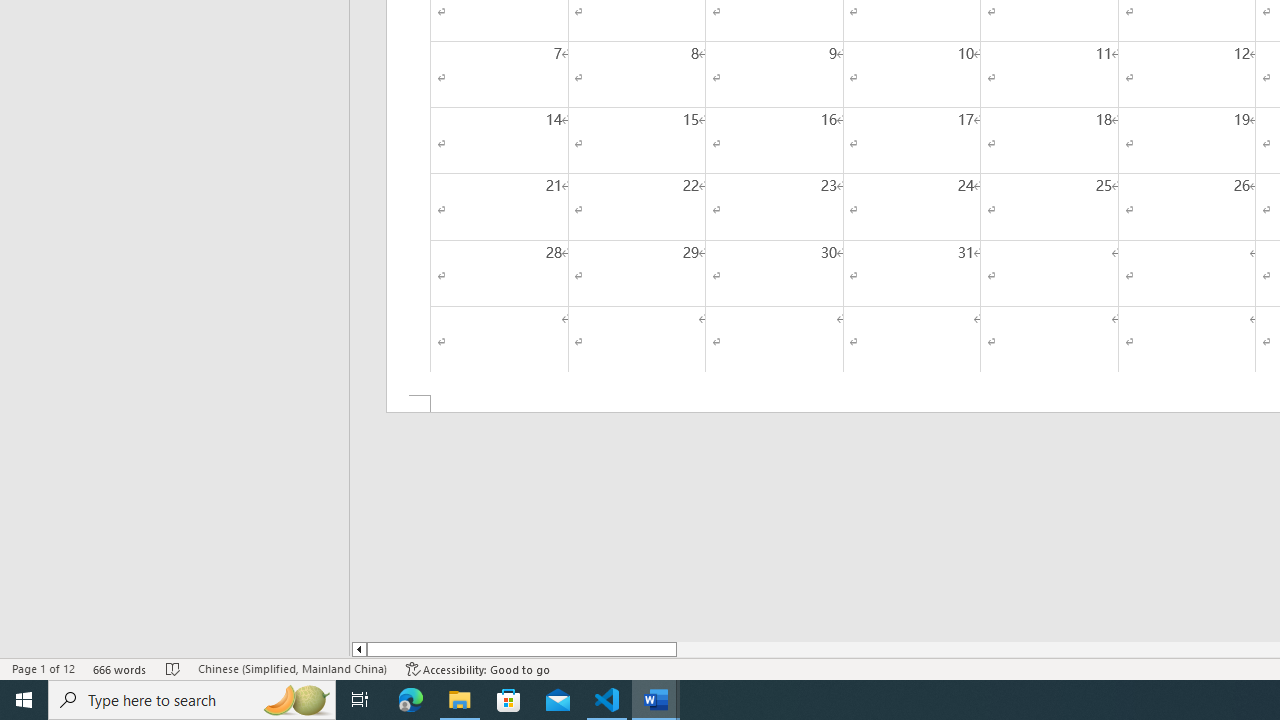  Describe the element at coordinates (477, 669) in the screenshot. I see `'Accessibility Checker Accessibility: Good to go'` at that location.